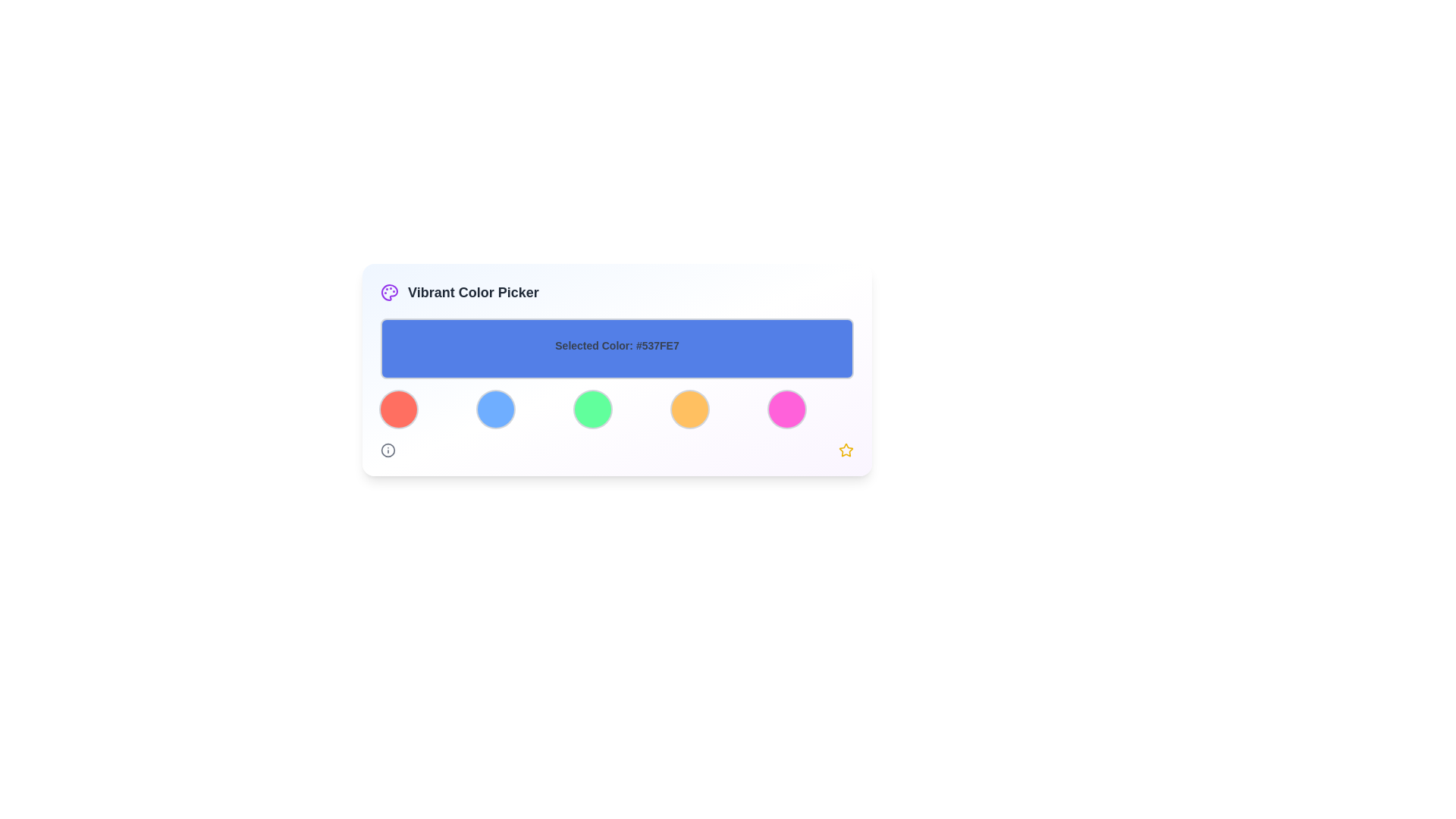 The image size is (1456, 819). What do you see at coordinates (617, 345) in the screenshot?
I see `the text display element that shows 'Selected Color: #537FE7', which is centered in a blue rectangular banner at the top of the color picker interface` at bounding box center [617, 345].